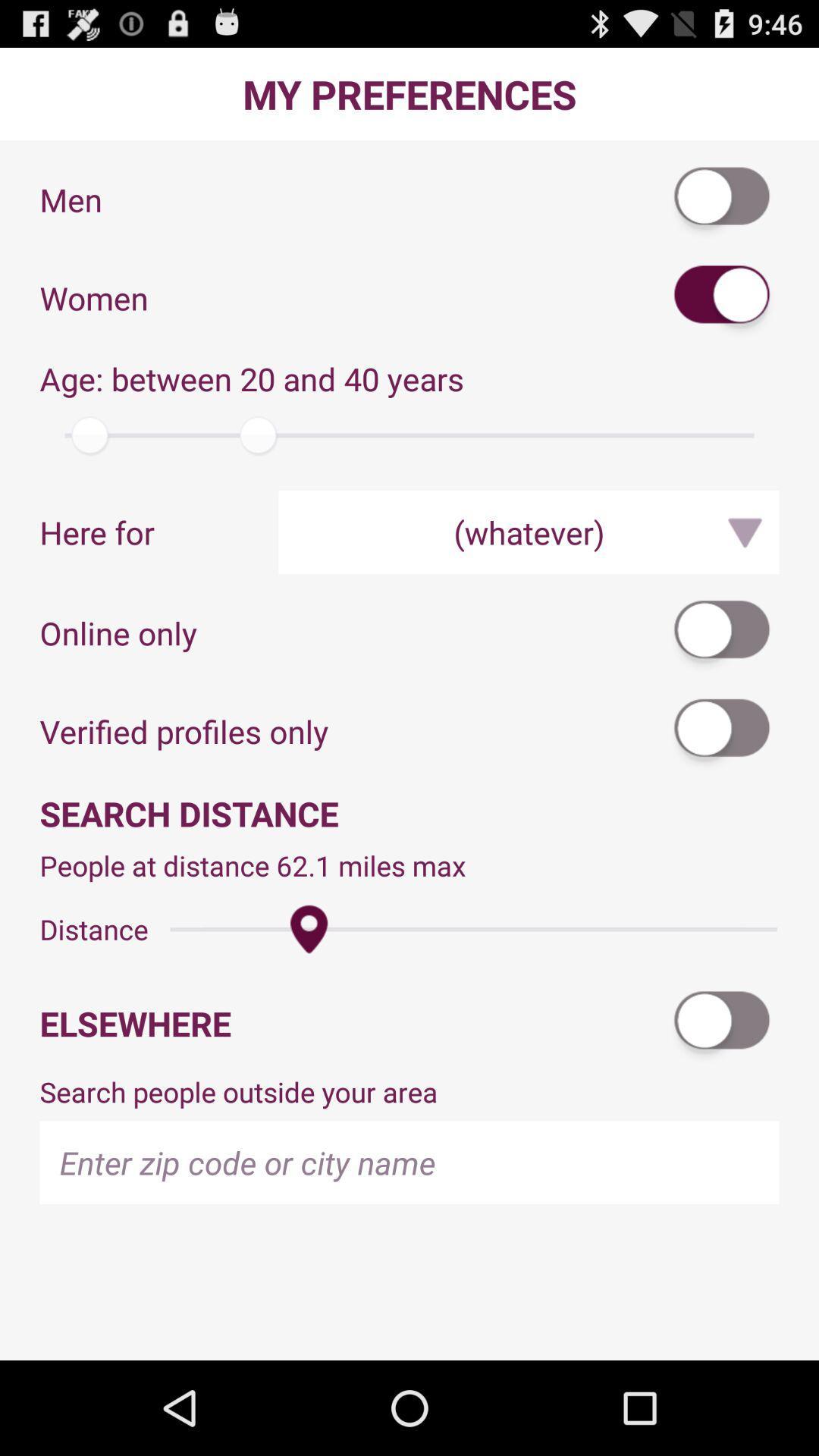 The height and width of the screenshot is (1456, 819). What do you see at coordinates (722, 632) in the screenshot?
I see `the app to the right of online only item` at bounding box center [722, 632].